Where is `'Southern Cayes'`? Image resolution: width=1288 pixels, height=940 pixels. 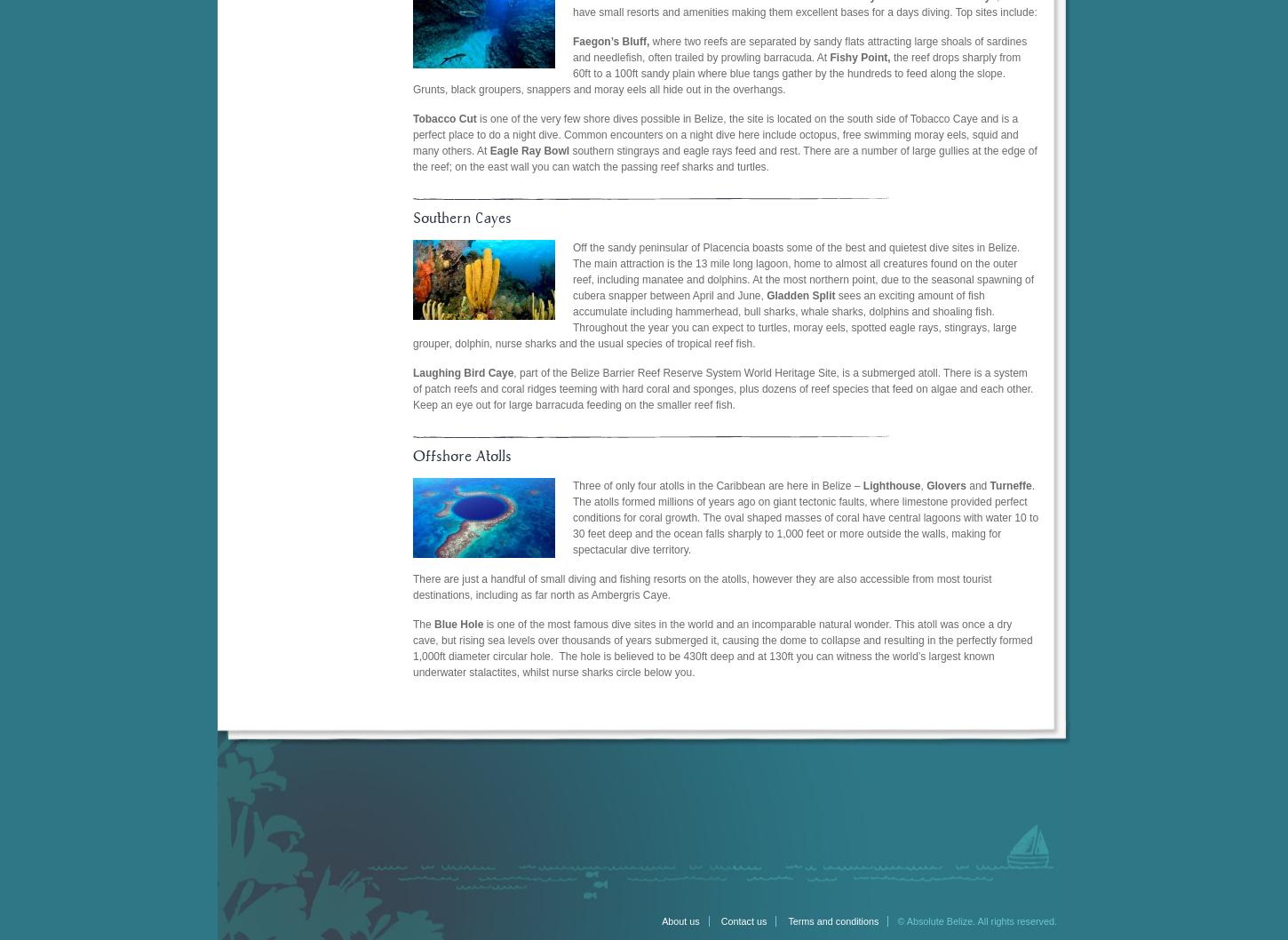 'Southern Cayes' is located at coordinates (462, 218).